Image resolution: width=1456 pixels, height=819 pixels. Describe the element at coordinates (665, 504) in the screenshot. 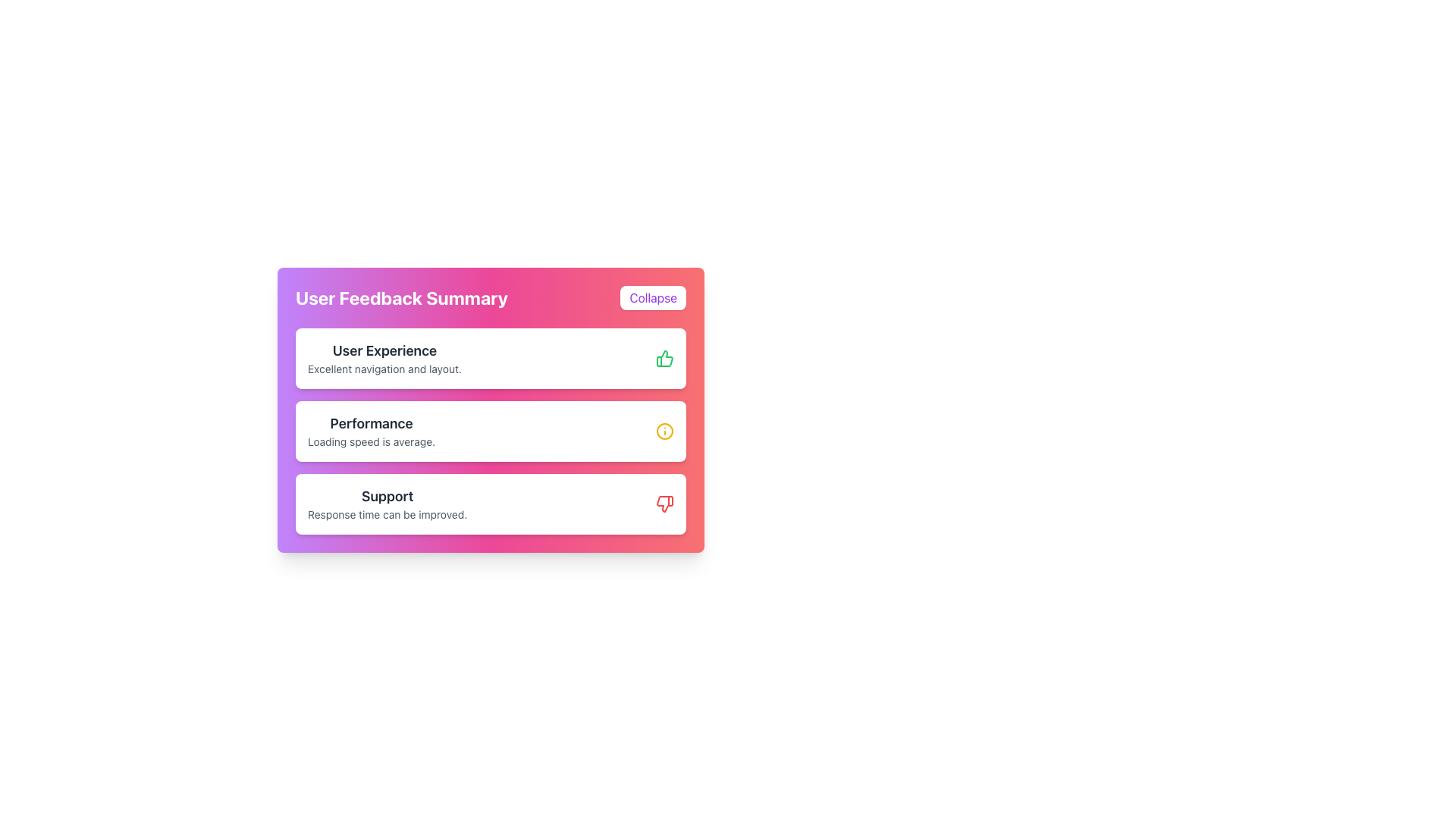

I see `the negative feedback icon located on the right side of the 'Support' feedback section, which indicates dissatisfaction with the feedback item labeled 'Support'` at that location.